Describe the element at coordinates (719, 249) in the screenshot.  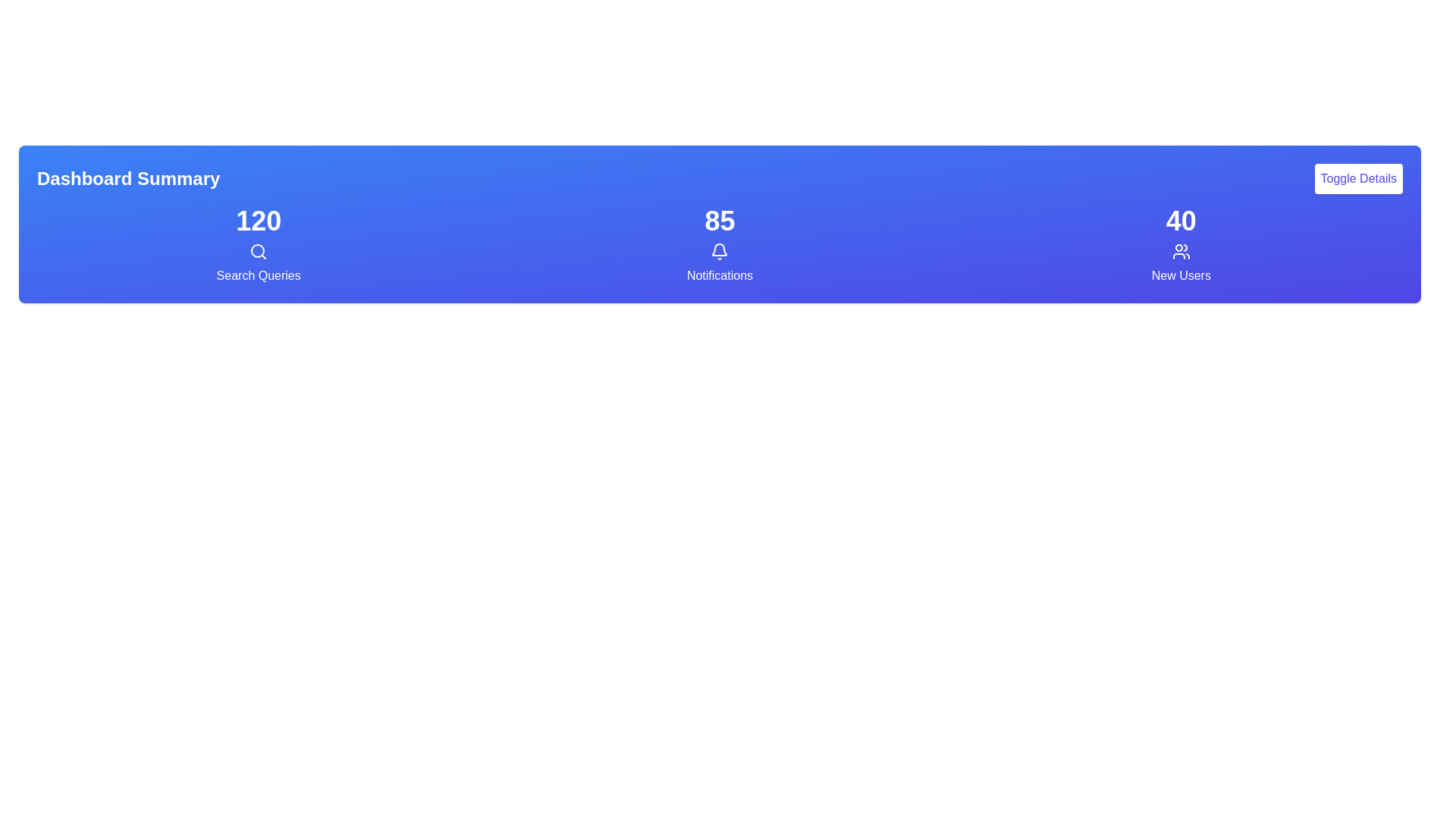
I see `the bell-shaped notification icon in the header section to interact with it` at that location.